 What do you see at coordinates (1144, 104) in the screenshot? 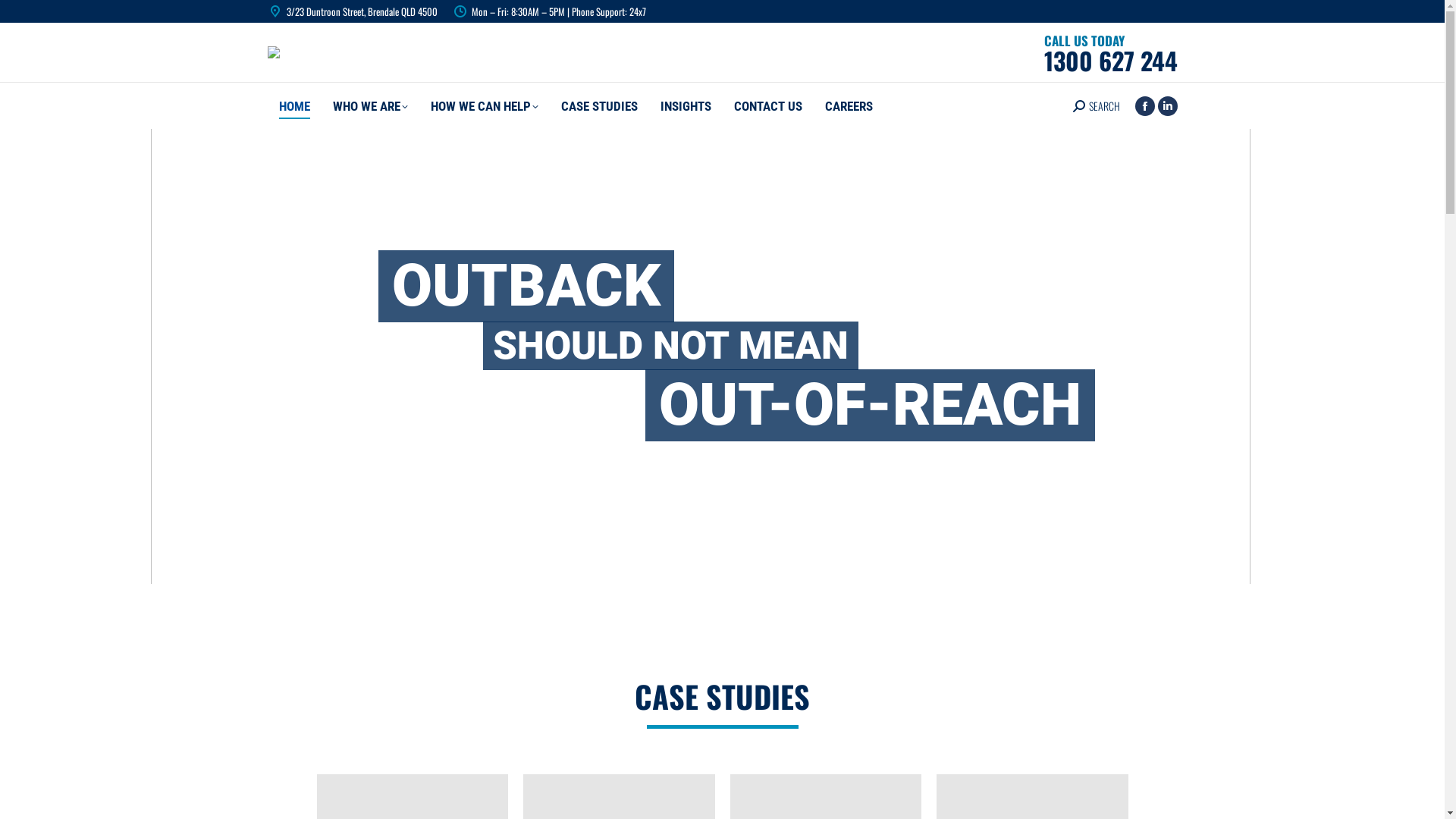
I see `'Facebook page opens in new window'` at bounding box center [1144, 104].